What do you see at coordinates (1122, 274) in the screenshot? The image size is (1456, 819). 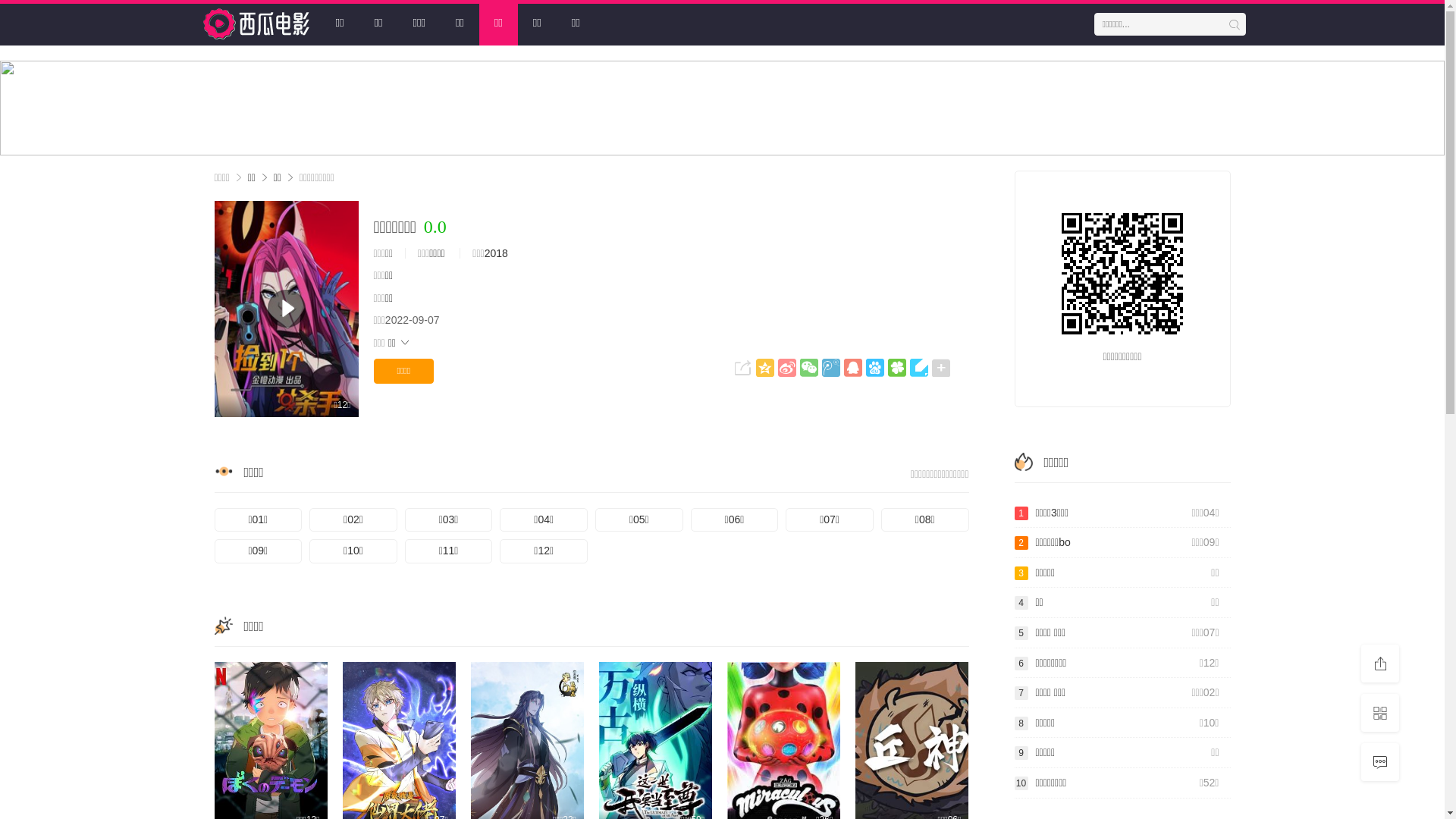 I see `'http://www.xiguac.com/vodhtml/46362.html?bqjmto=x0iv9'` at bounding box center [1122, 274].